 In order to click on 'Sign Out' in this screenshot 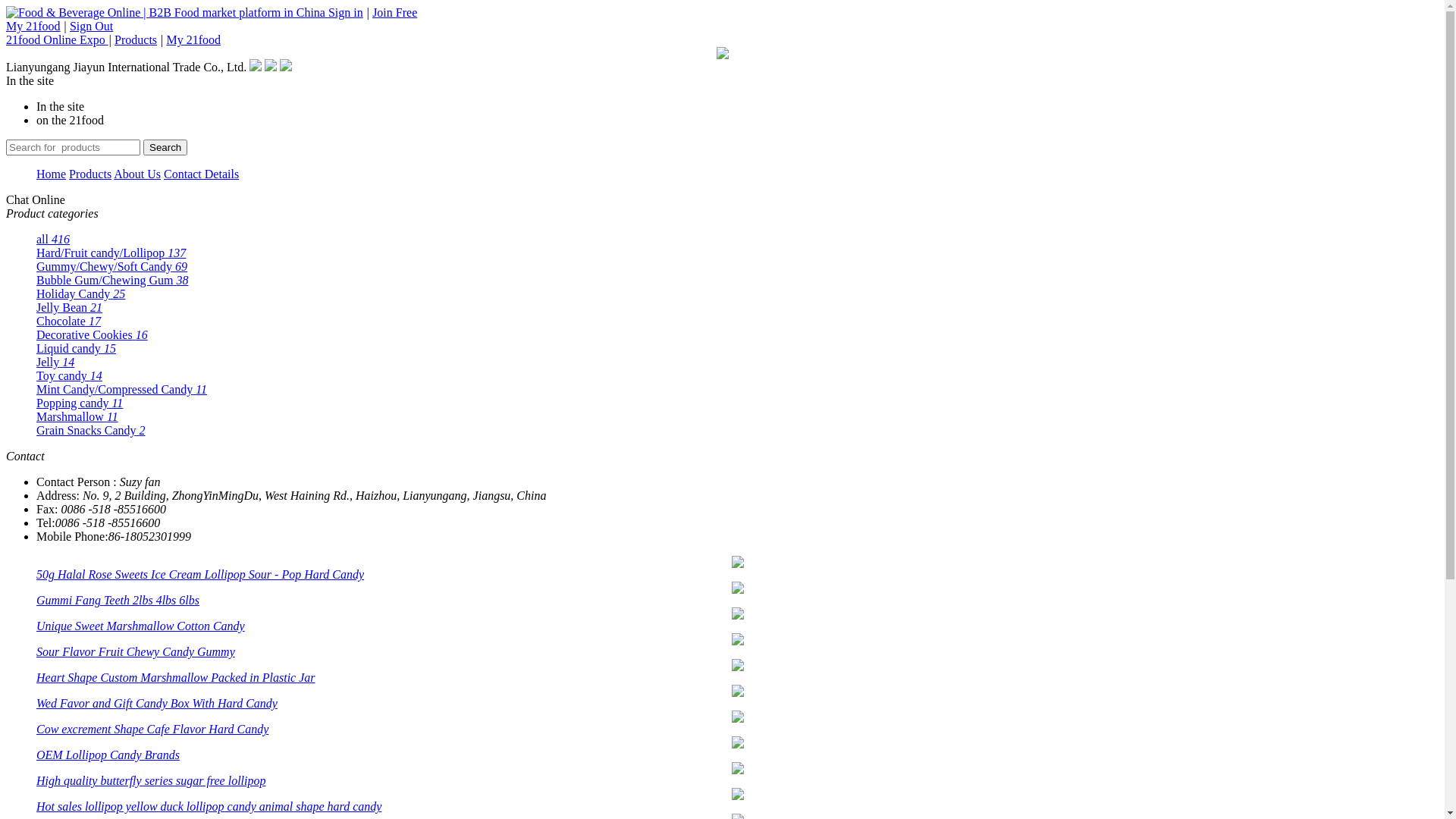, I will do `click(90, 26)`.